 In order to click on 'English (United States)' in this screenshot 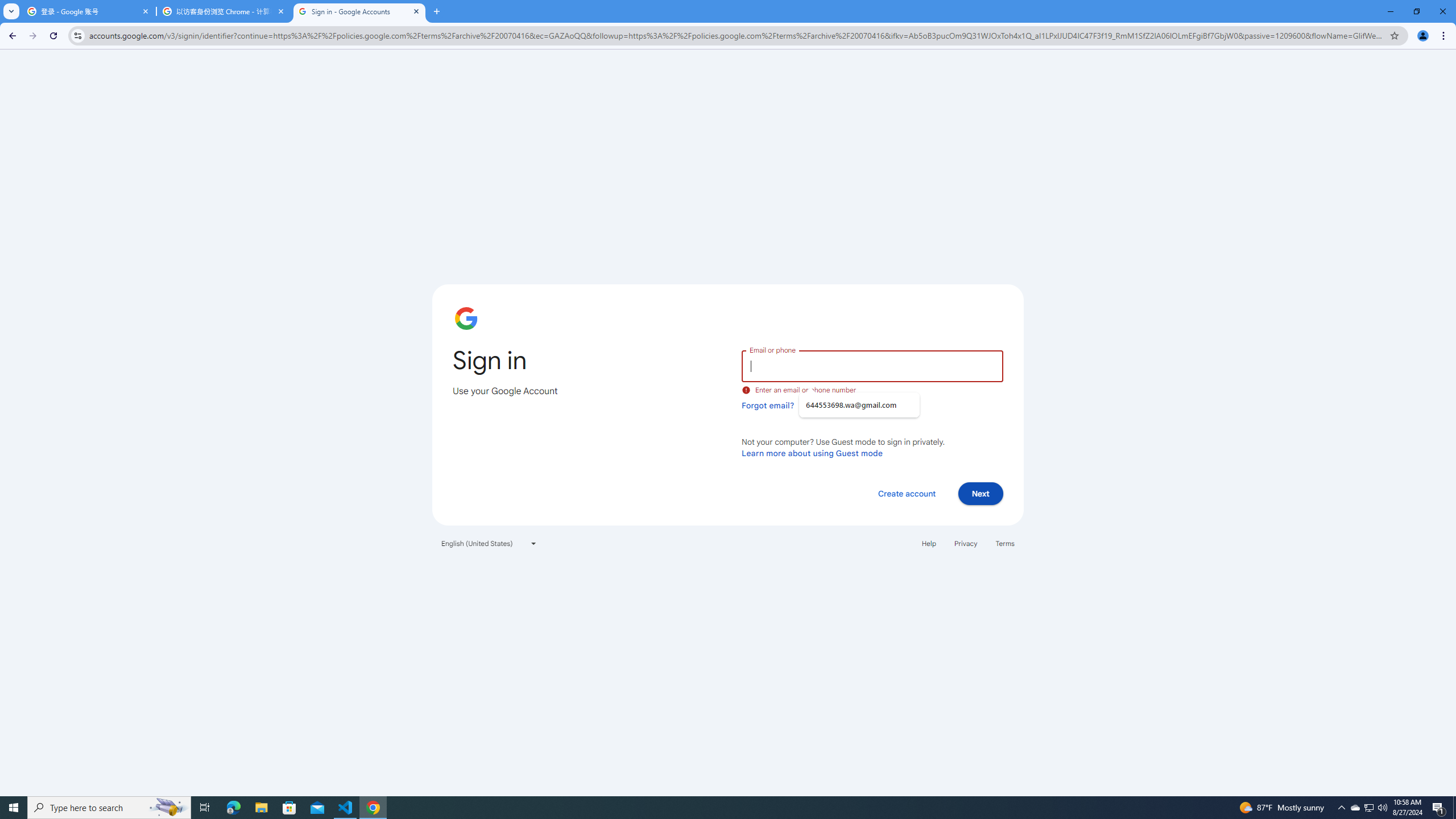, I will do `click(489, 543)`.